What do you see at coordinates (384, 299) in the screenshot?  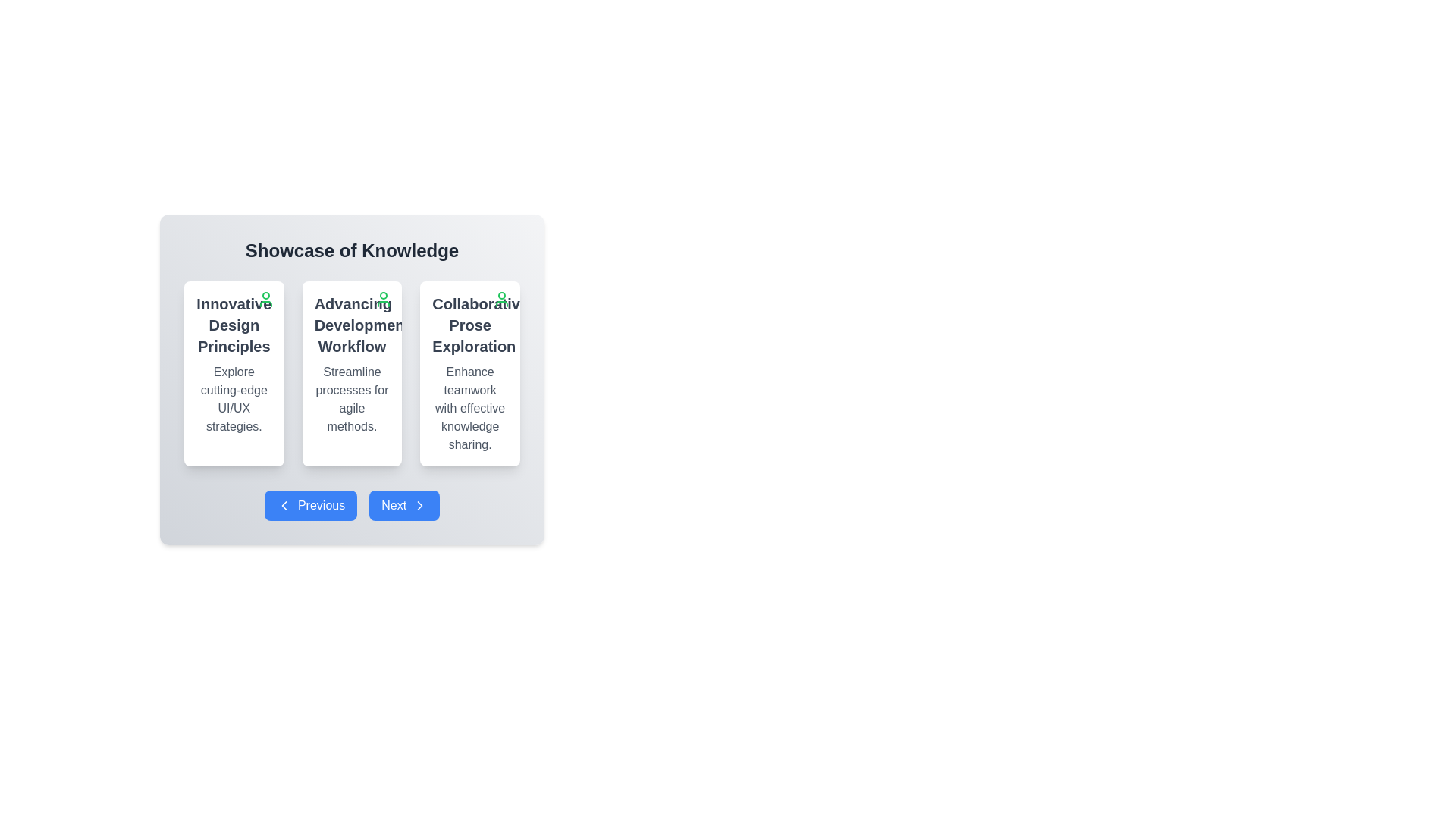 I see `the user profile icon located in the upper-right corner of the 'Advancing Development Workflow' card, which has a simple and minimalistic green design` at bounding box center [384, 299].